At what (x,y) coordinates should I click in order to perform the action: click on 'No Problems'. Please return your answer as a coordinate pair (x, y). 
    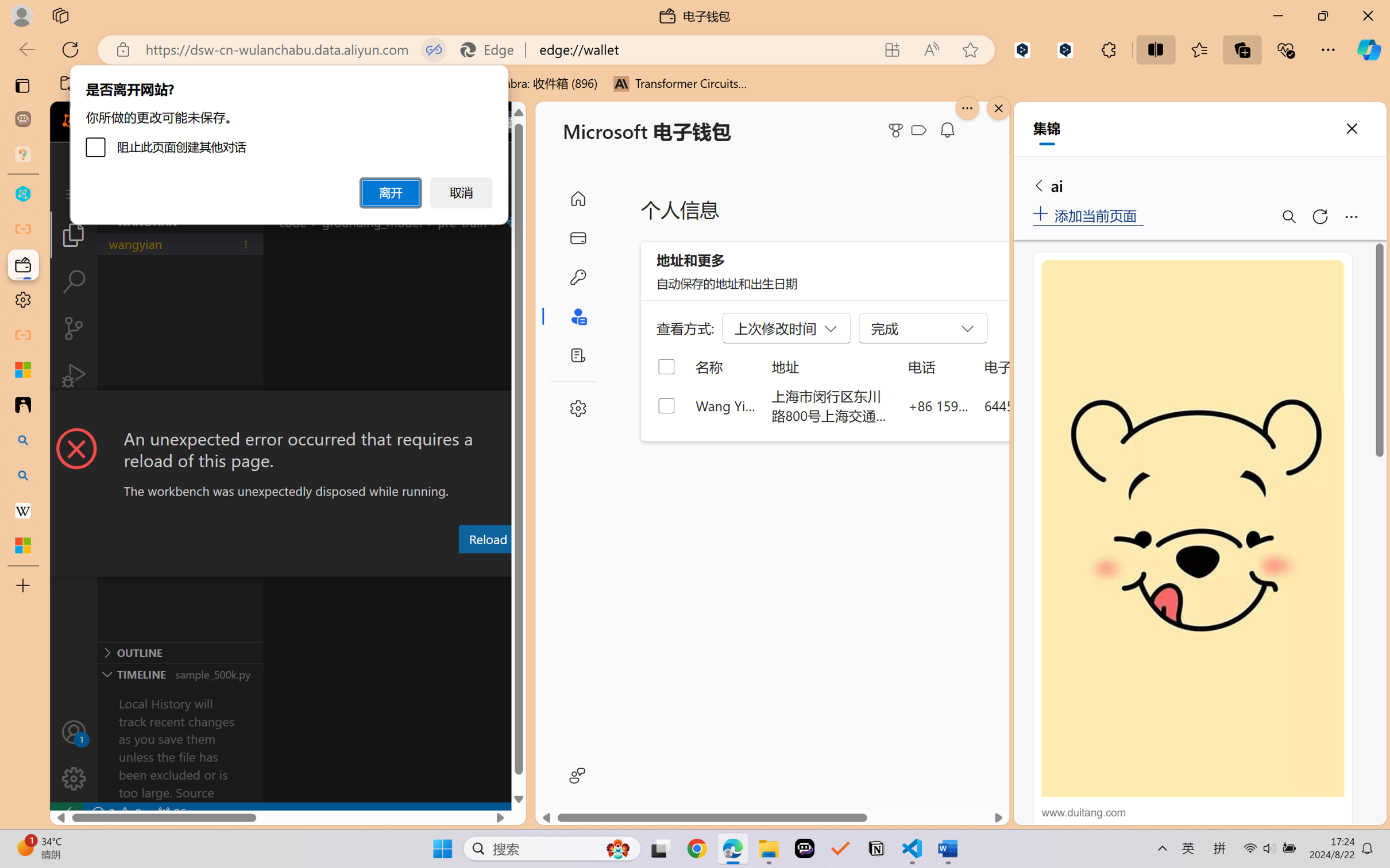
    Looking at the image, I should click on (115, 812).